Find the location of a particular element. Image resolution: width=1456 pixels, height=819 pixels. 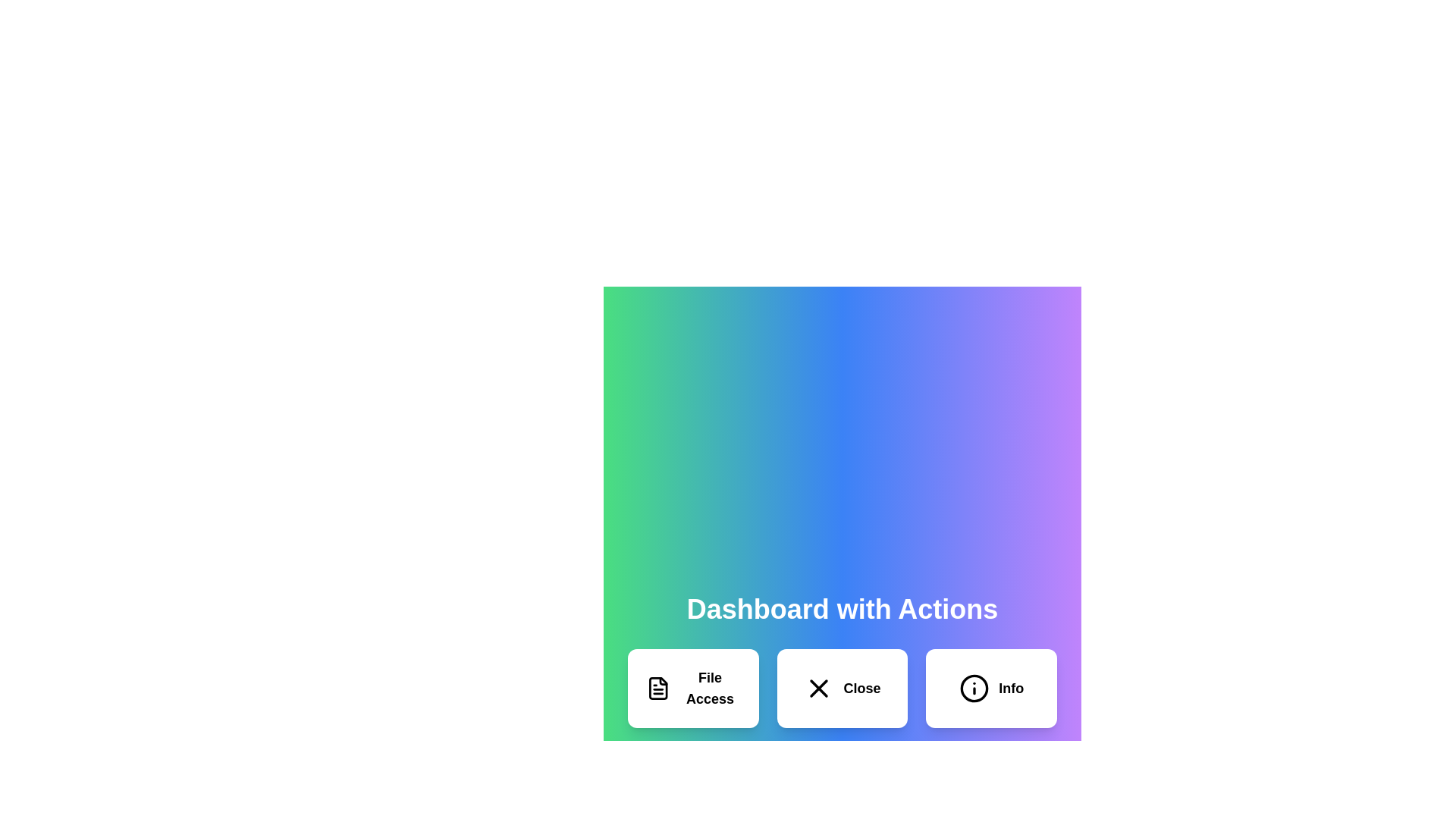

the static text label that serves as a title or heading for the dashboard, located at the top center of the card-like section above the interactive buttons is located at coordinates (841, 608).